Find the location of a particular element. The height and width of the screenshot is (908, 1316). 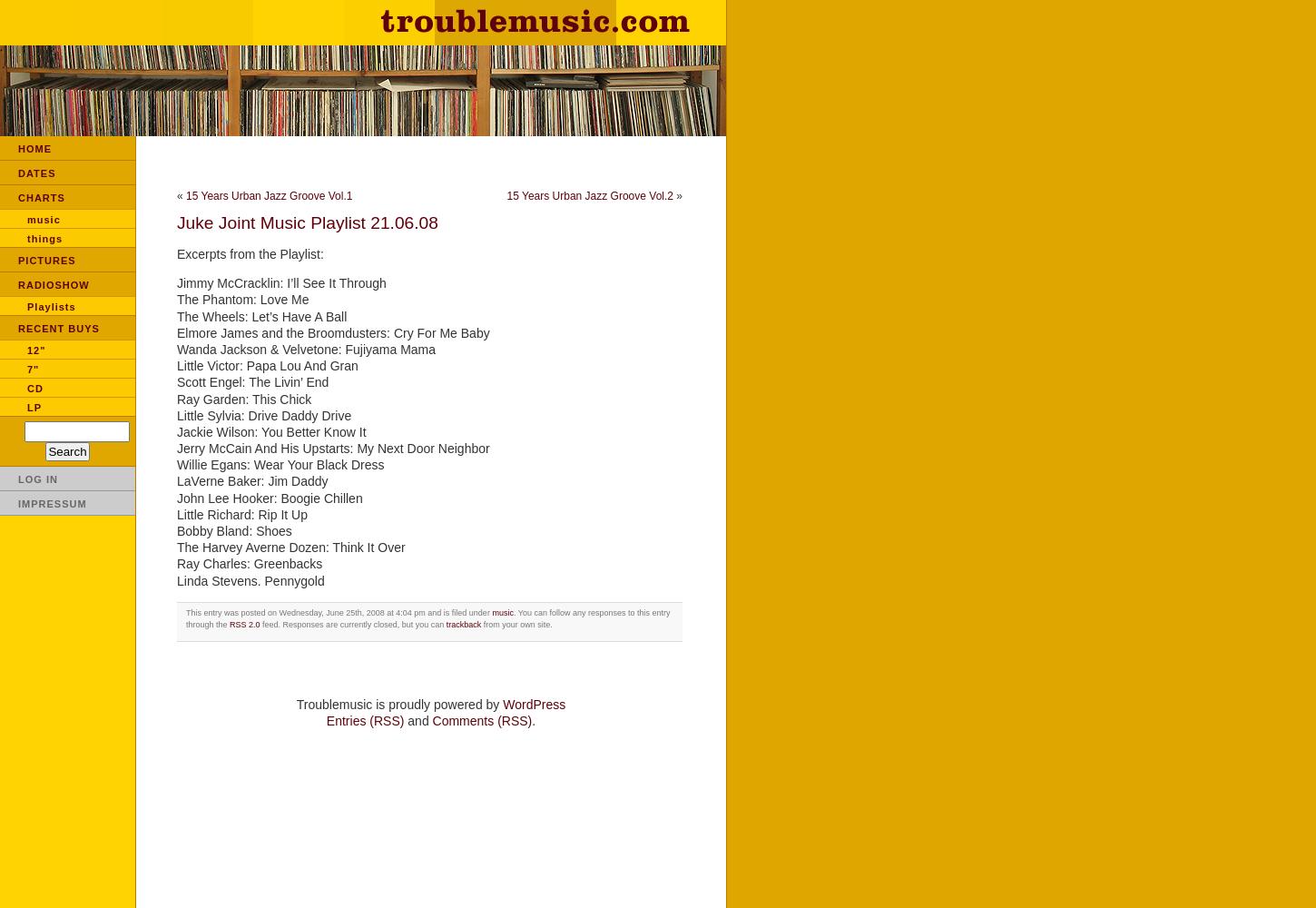

'Ray Garden: This Chick' is located at coordinates (243, 398).